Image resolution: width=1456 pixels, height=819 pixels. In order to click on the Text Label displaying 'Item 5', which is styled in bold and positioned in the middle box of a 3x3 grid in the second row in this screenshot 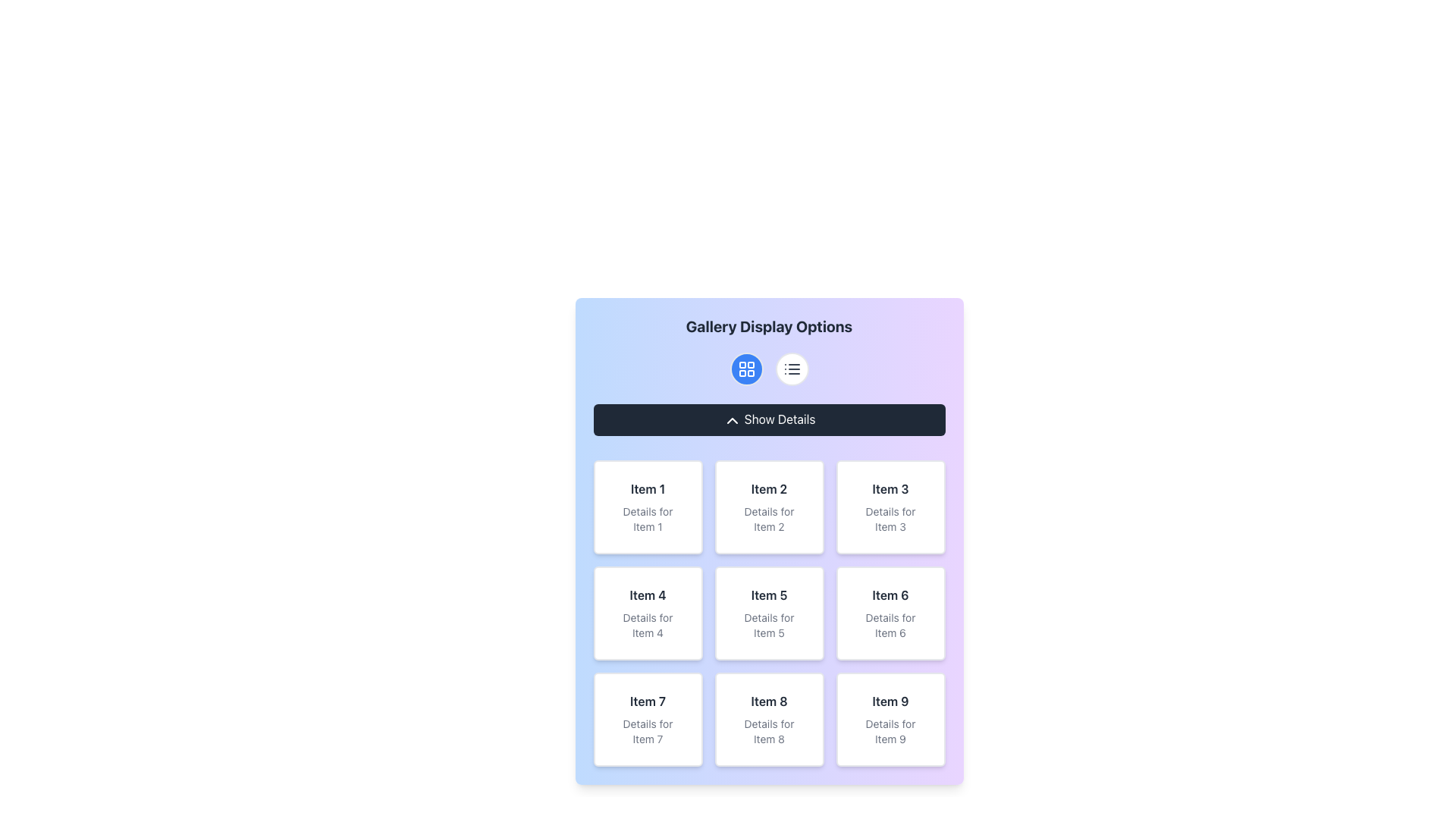, I will do `click(769, 594)`.